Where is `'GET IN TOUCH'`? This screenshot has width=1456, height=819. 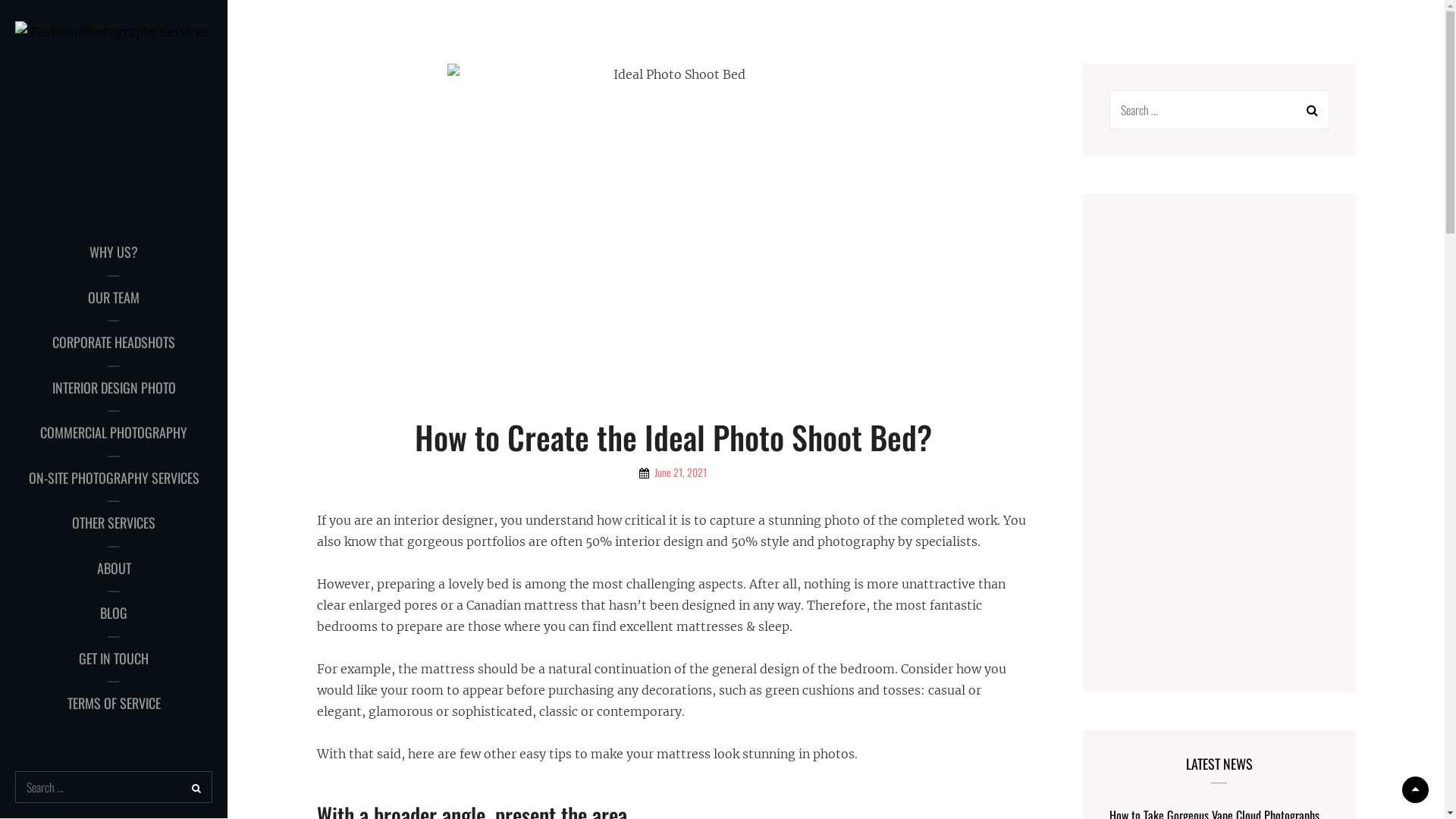
'GET IN TOUCH' is located at coordinates (0, 657).